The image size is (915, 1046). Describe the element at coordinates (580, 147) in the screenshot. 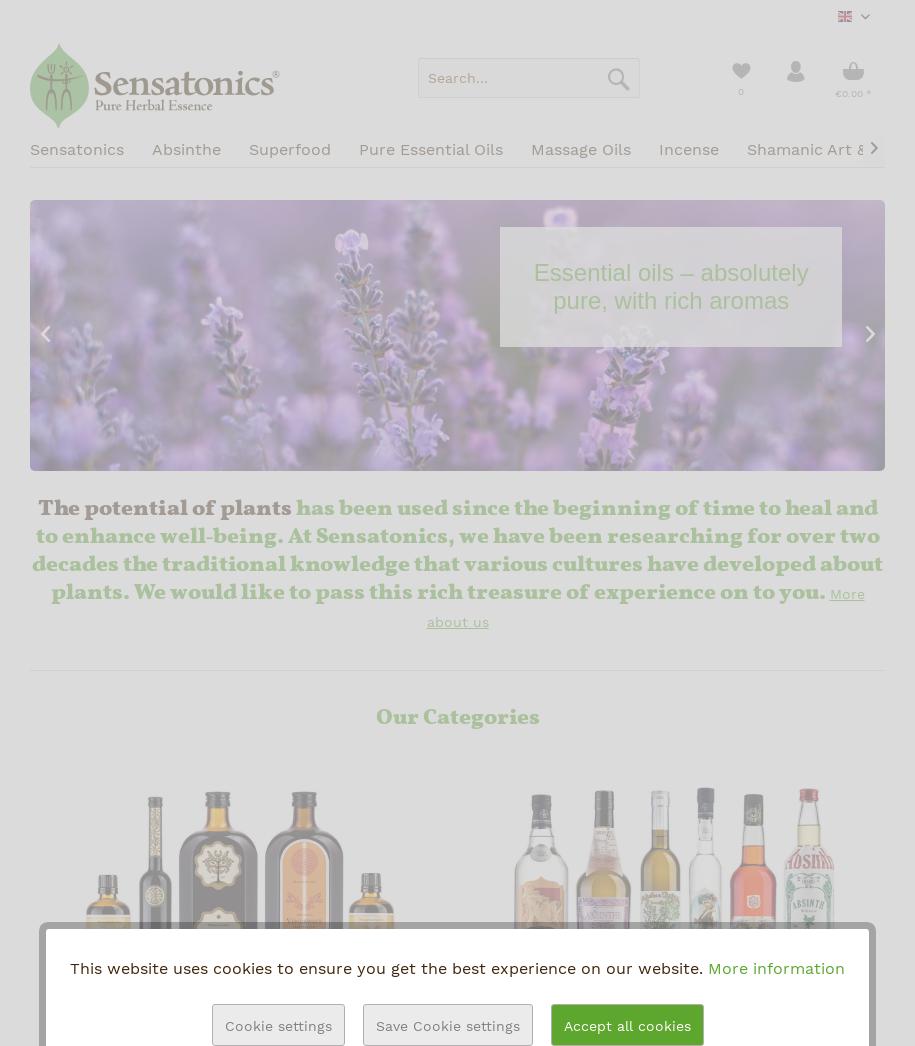

I see `'Massage Oils'` at that location.